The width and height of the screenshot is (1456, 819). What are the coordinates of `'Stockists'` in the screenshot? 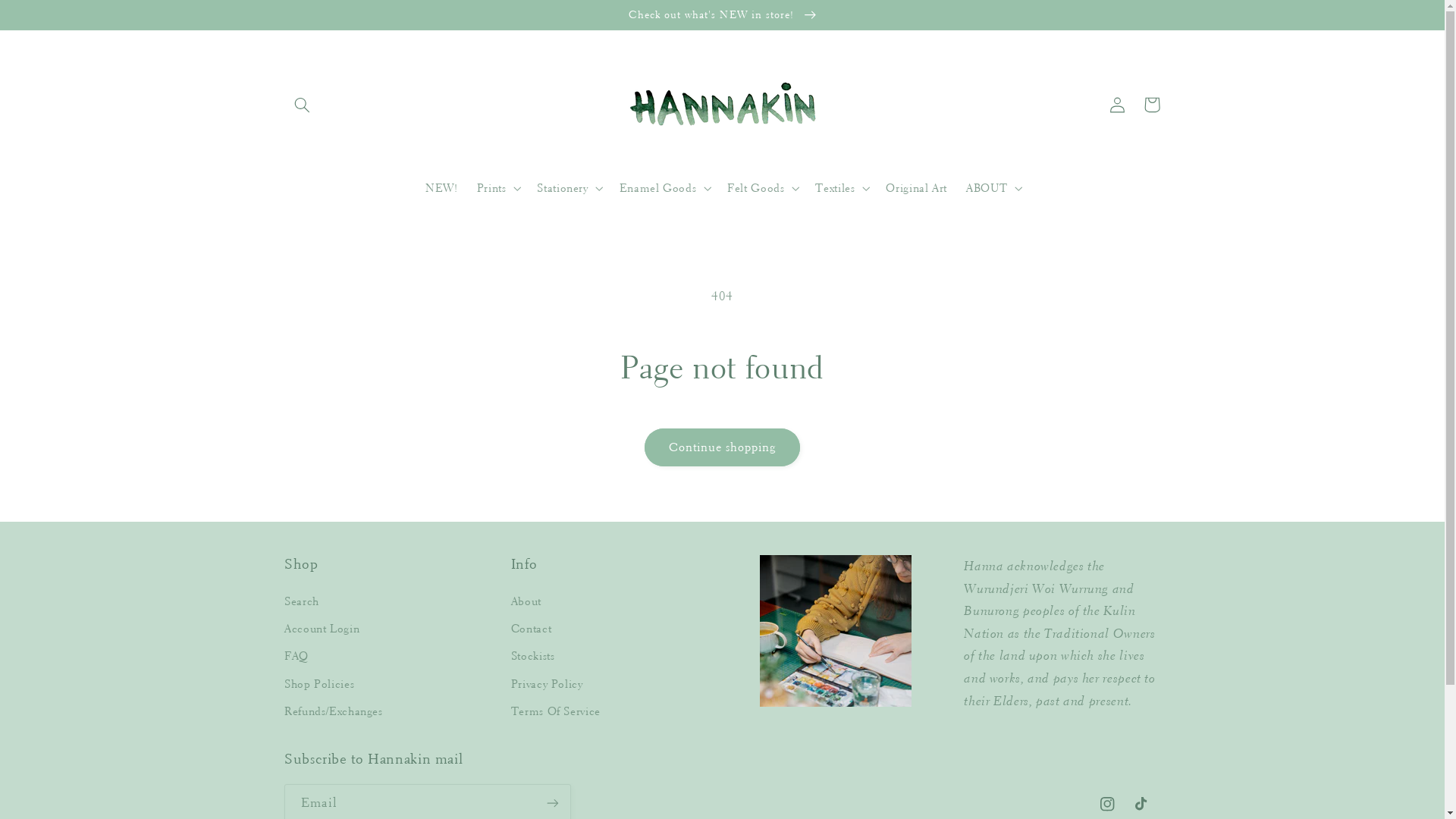 It's located at (532, 656).